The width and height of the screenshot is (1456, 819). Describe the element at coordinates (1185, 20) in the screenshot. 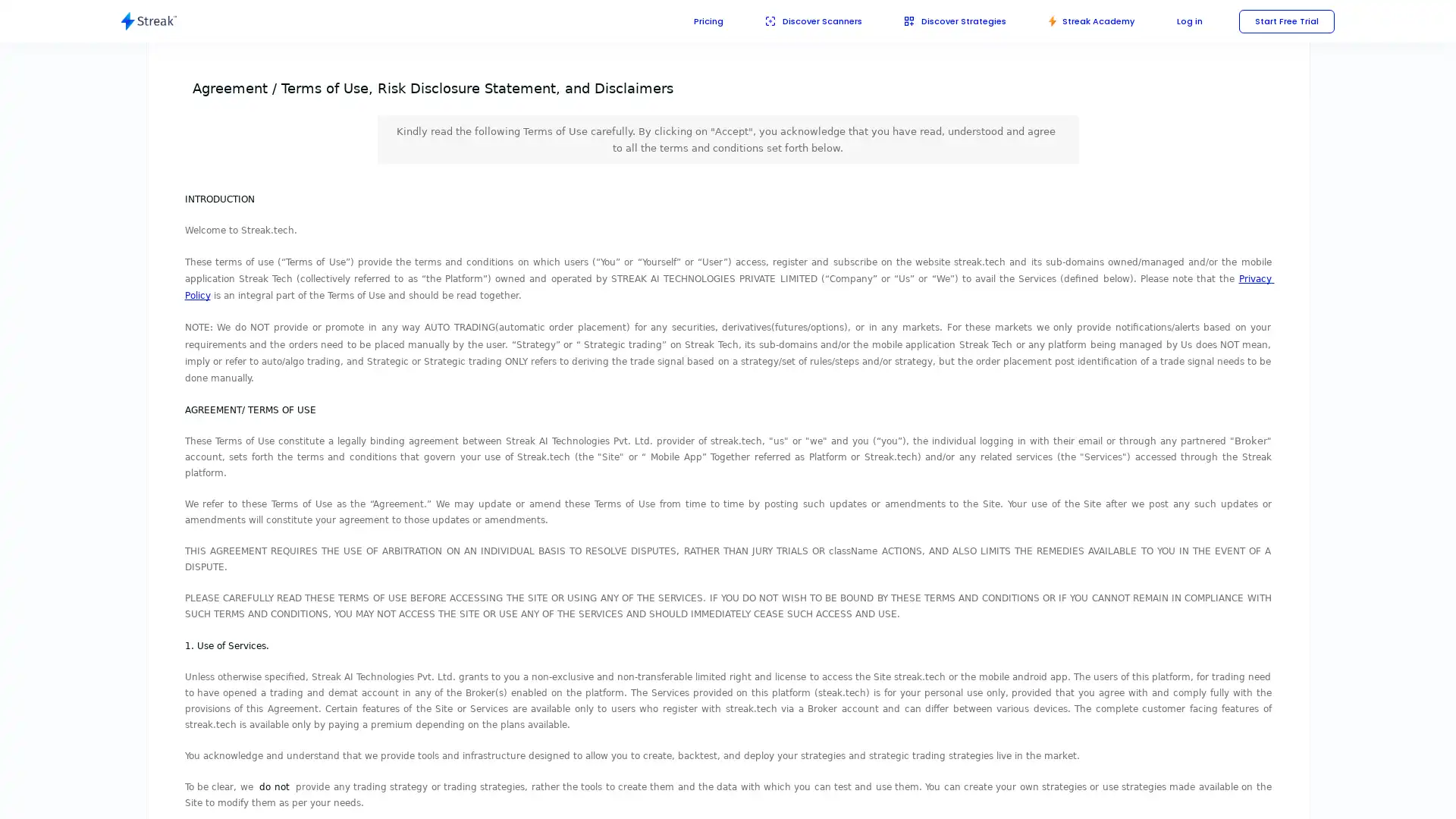

I see `Log in` at that location.